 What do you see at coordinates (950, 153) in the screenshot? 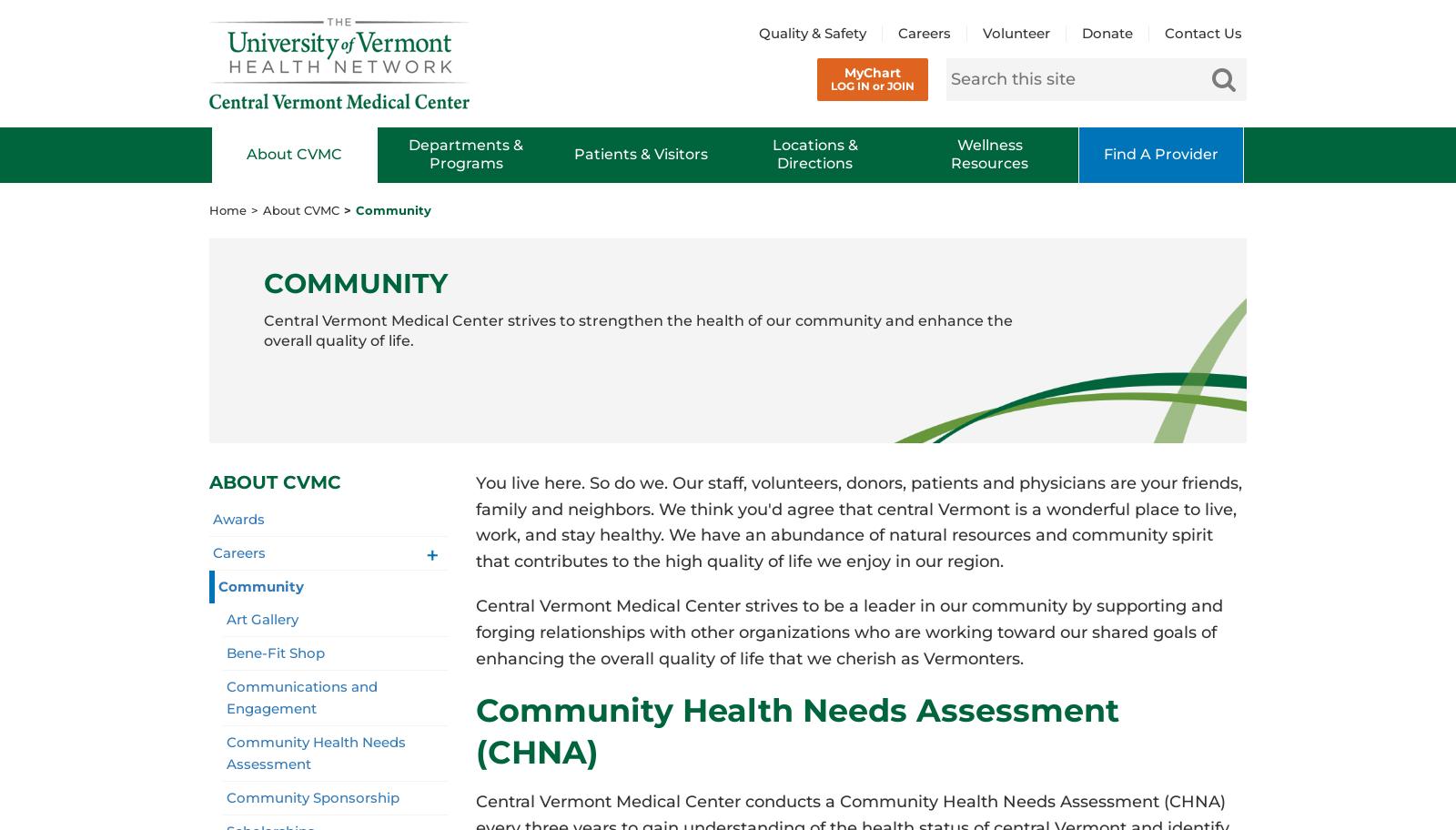
I see `'Wellness Resources'` at bounding box center [950, 153].